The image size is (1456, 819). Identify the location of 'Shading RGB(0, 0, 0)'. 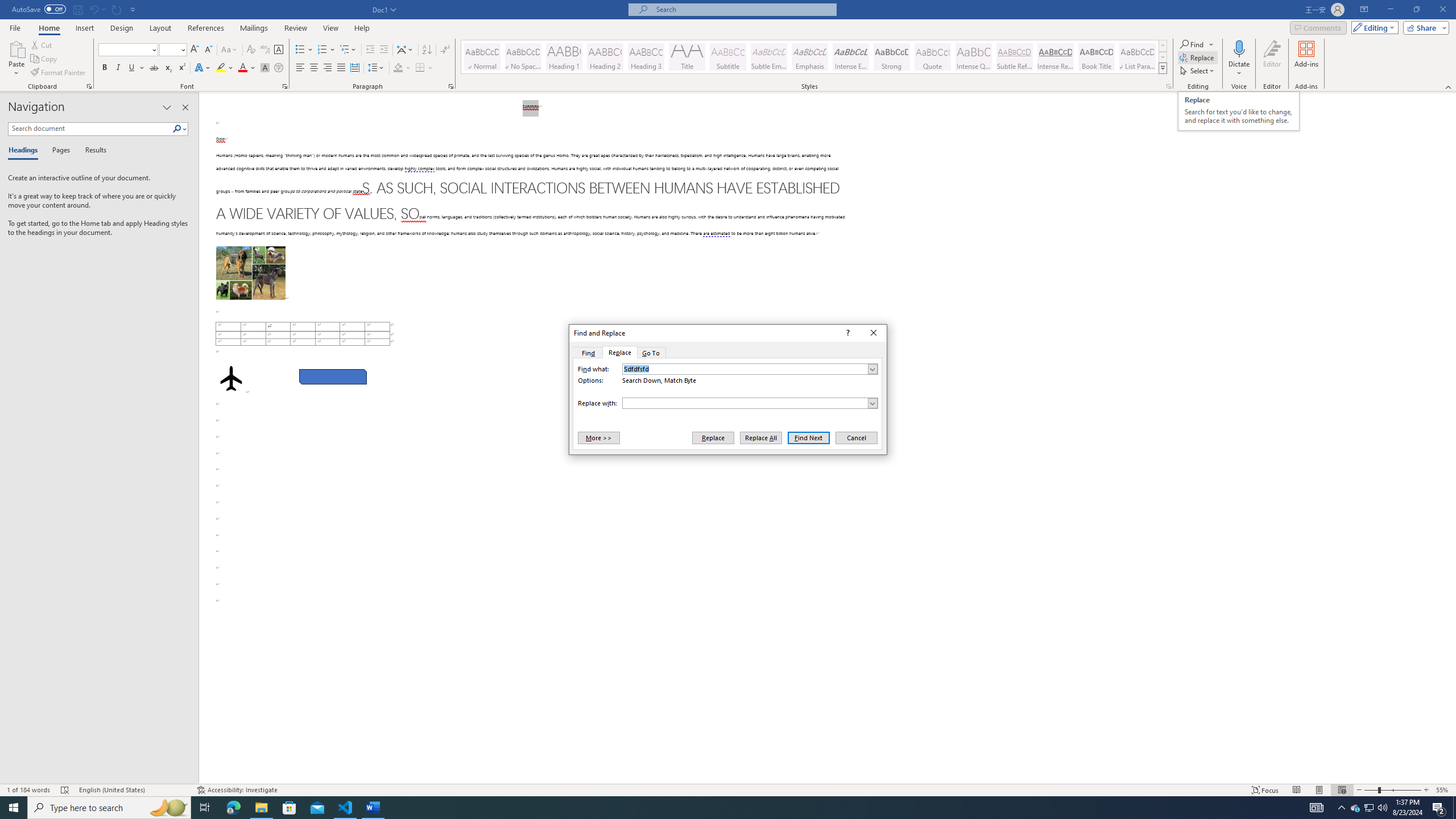
(398, 67).